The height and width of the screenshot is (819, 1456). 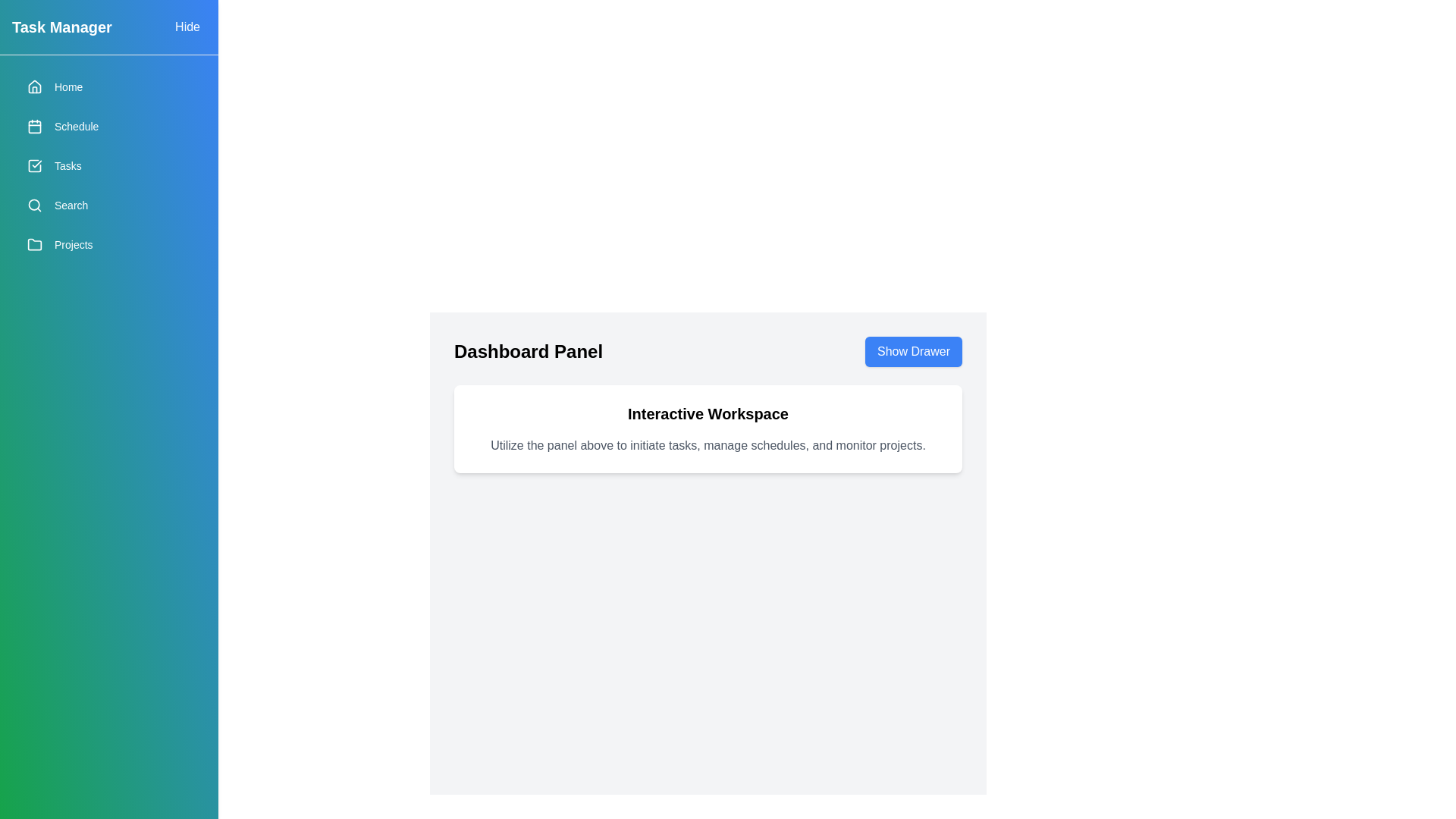 I want to click on the menu item Home from the drawer, so click(x=108, y=87).